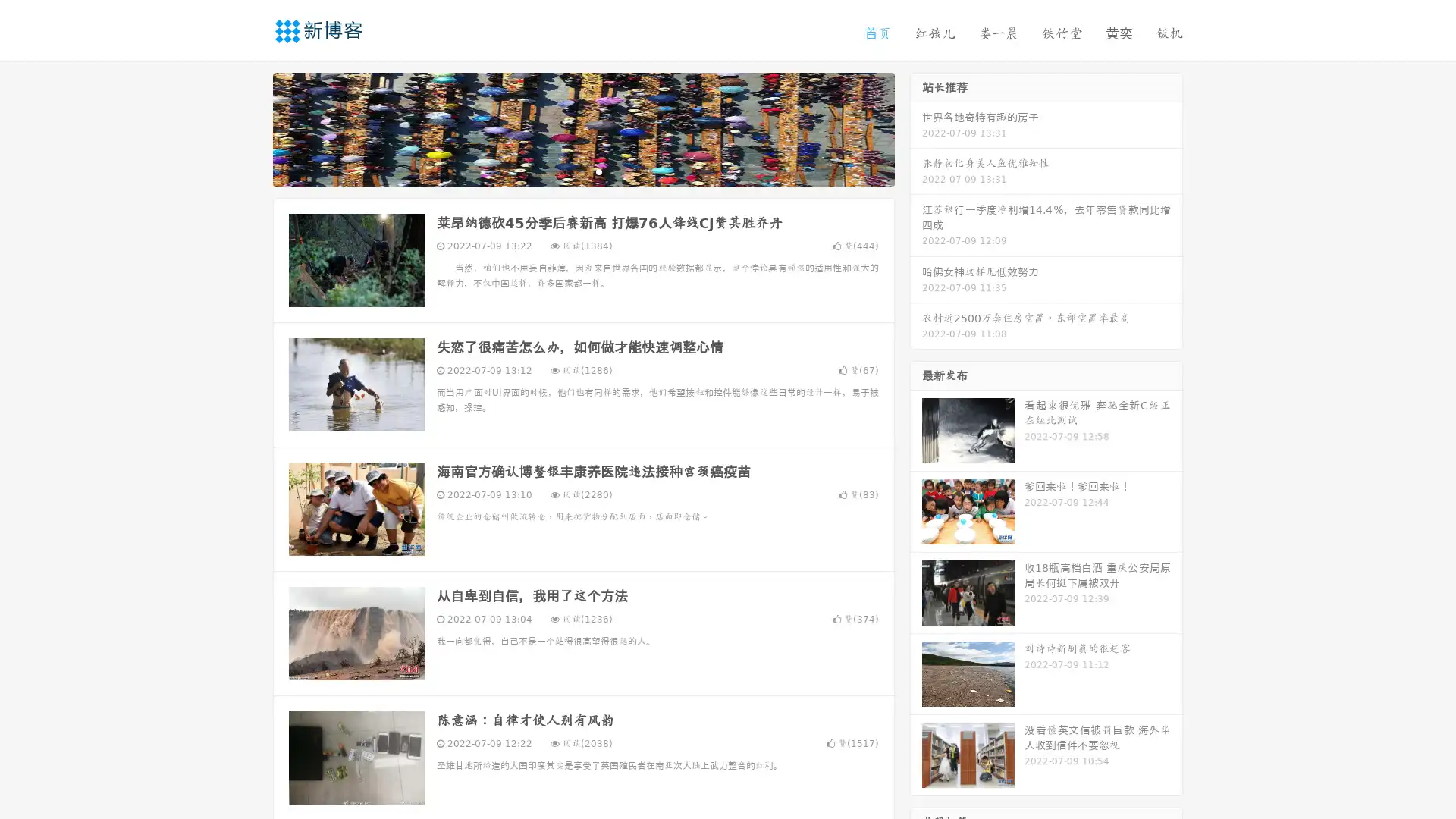 Image resolution: width=1456 pixels, height=819 pixels. Describe the element at coordinates (250, 127) in the screenshot. I see `Previous slide` at that location.